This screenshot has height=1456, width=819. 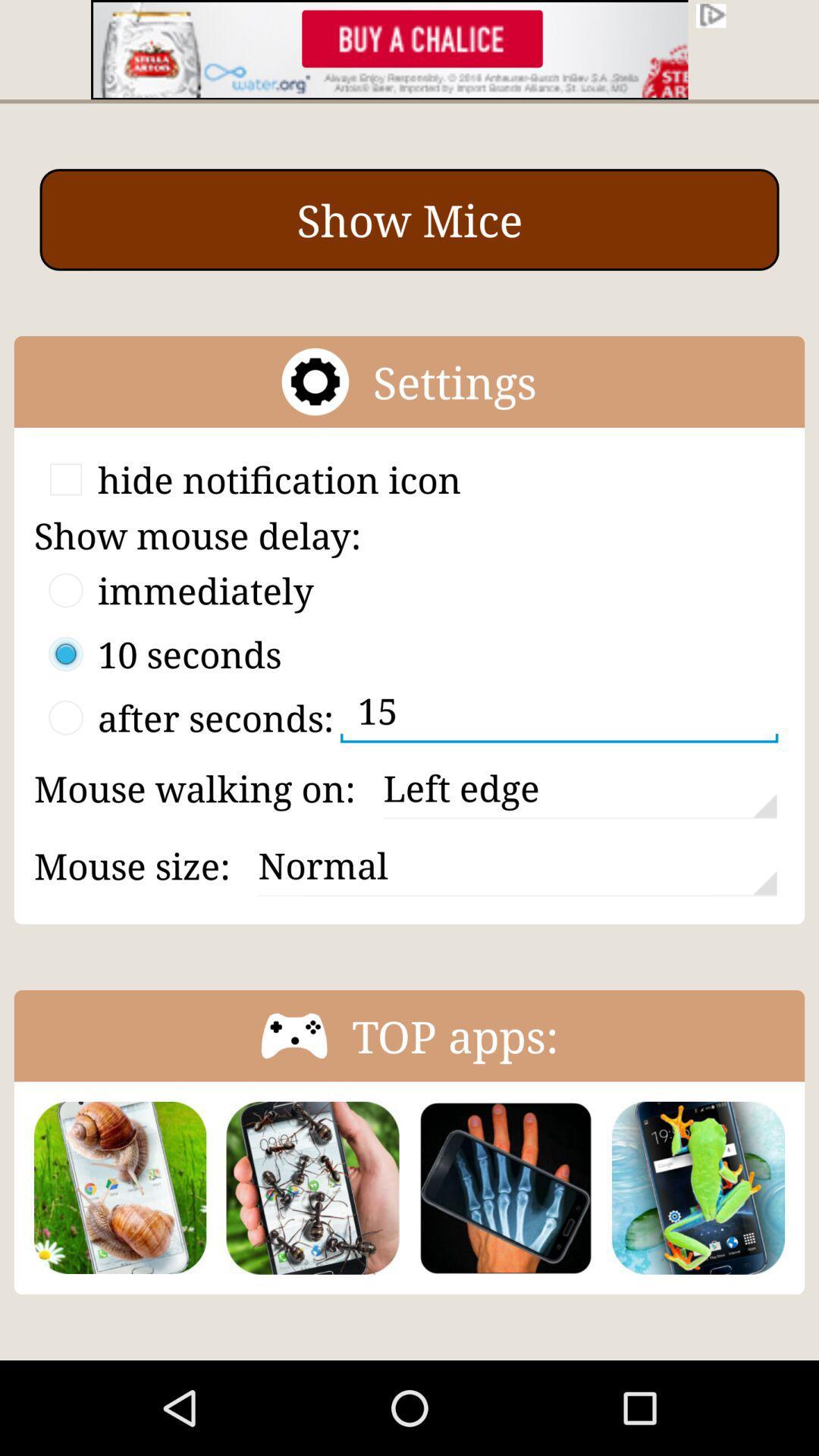 What do you see at coordinates (312, 1187) in the screenshot?
I see `the second image from left` at bounding box center [312, 1187].